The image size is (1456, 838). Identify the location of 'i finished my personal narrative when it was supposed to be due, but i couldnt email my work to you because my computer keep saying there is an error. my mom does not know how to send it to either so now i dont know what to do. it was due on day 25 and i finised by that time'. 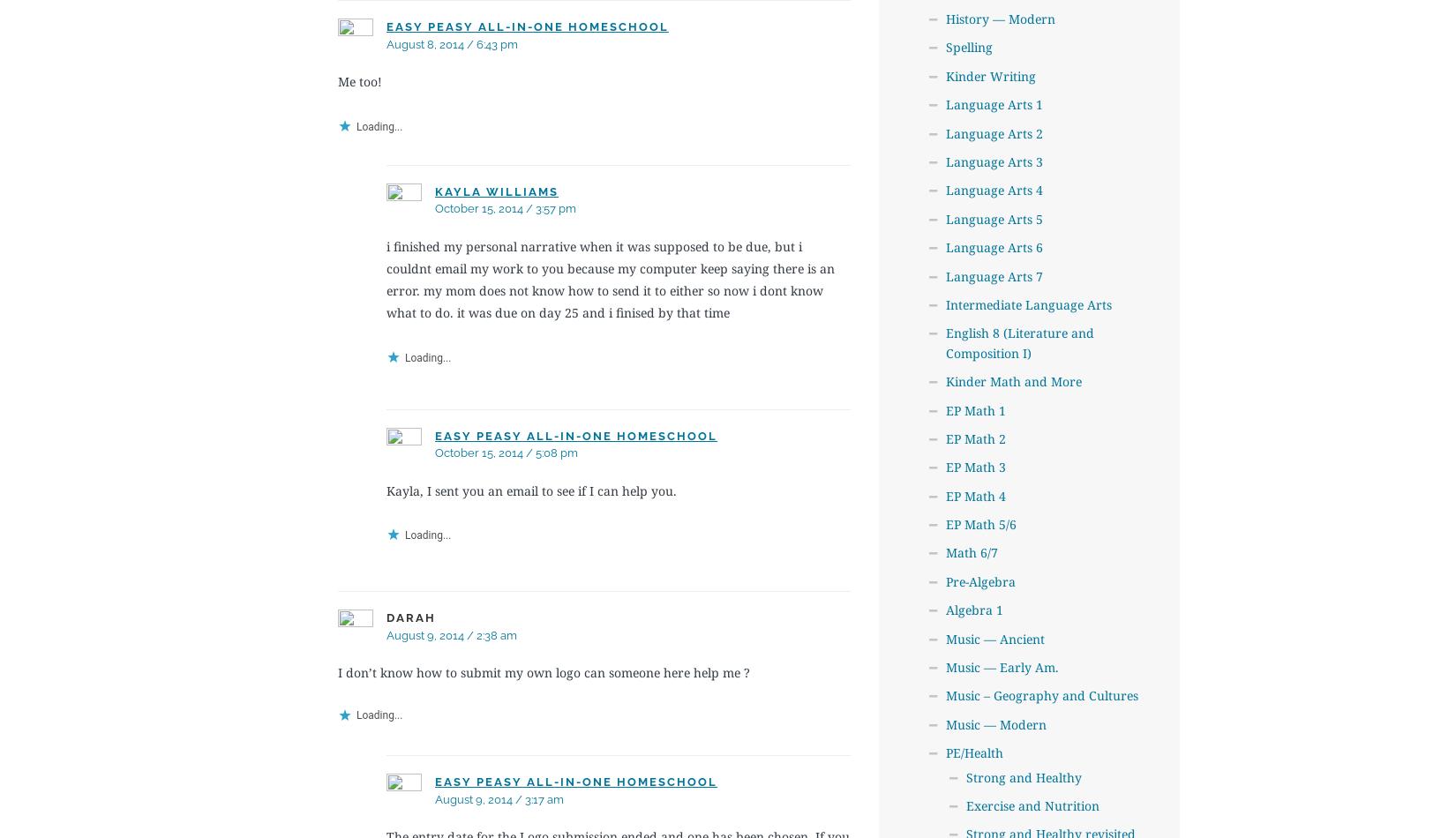
(610, 278).